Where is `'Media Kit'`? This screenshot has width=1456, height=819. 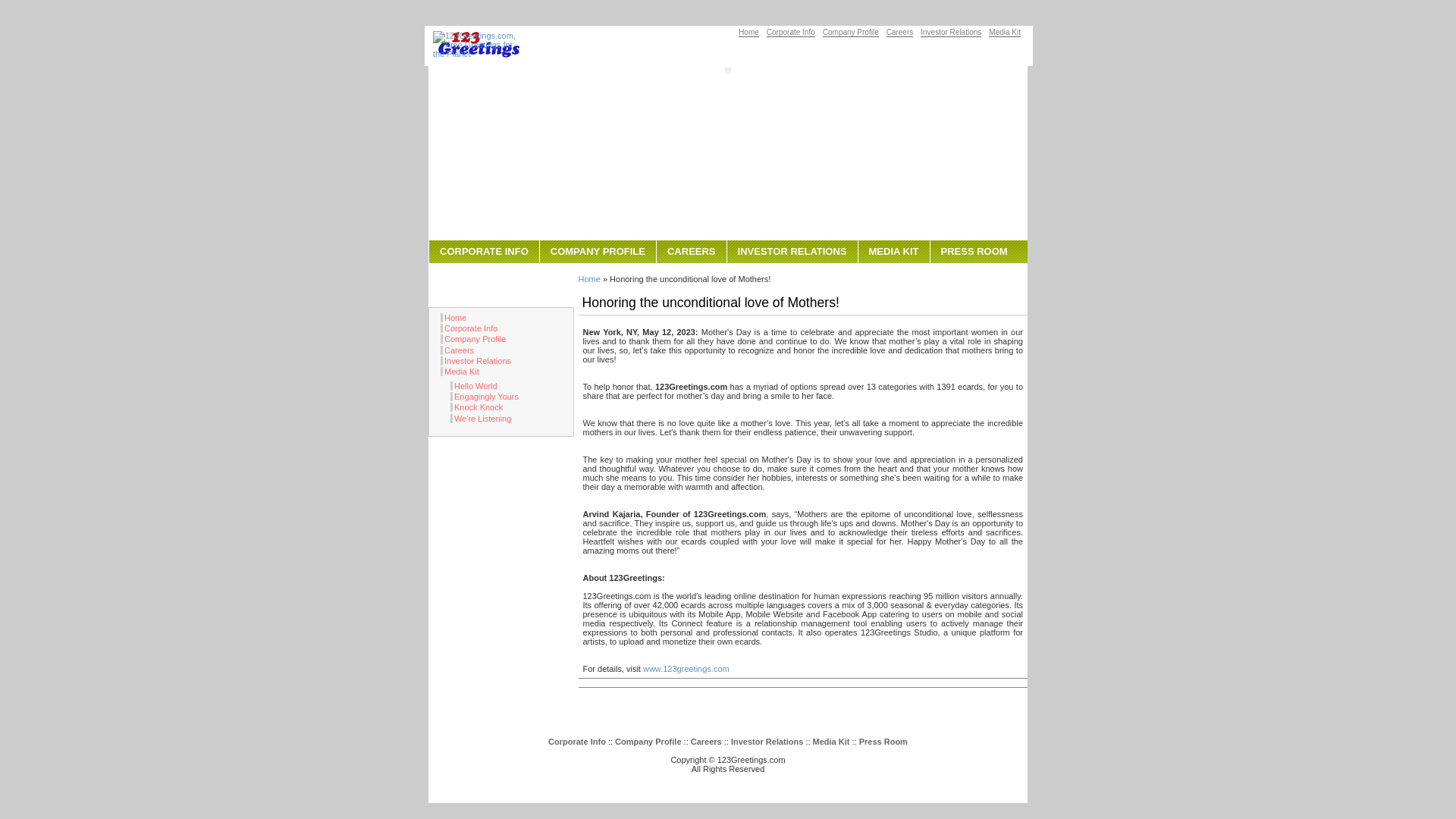 'Media Kit' is located at coordinates (989, 32).